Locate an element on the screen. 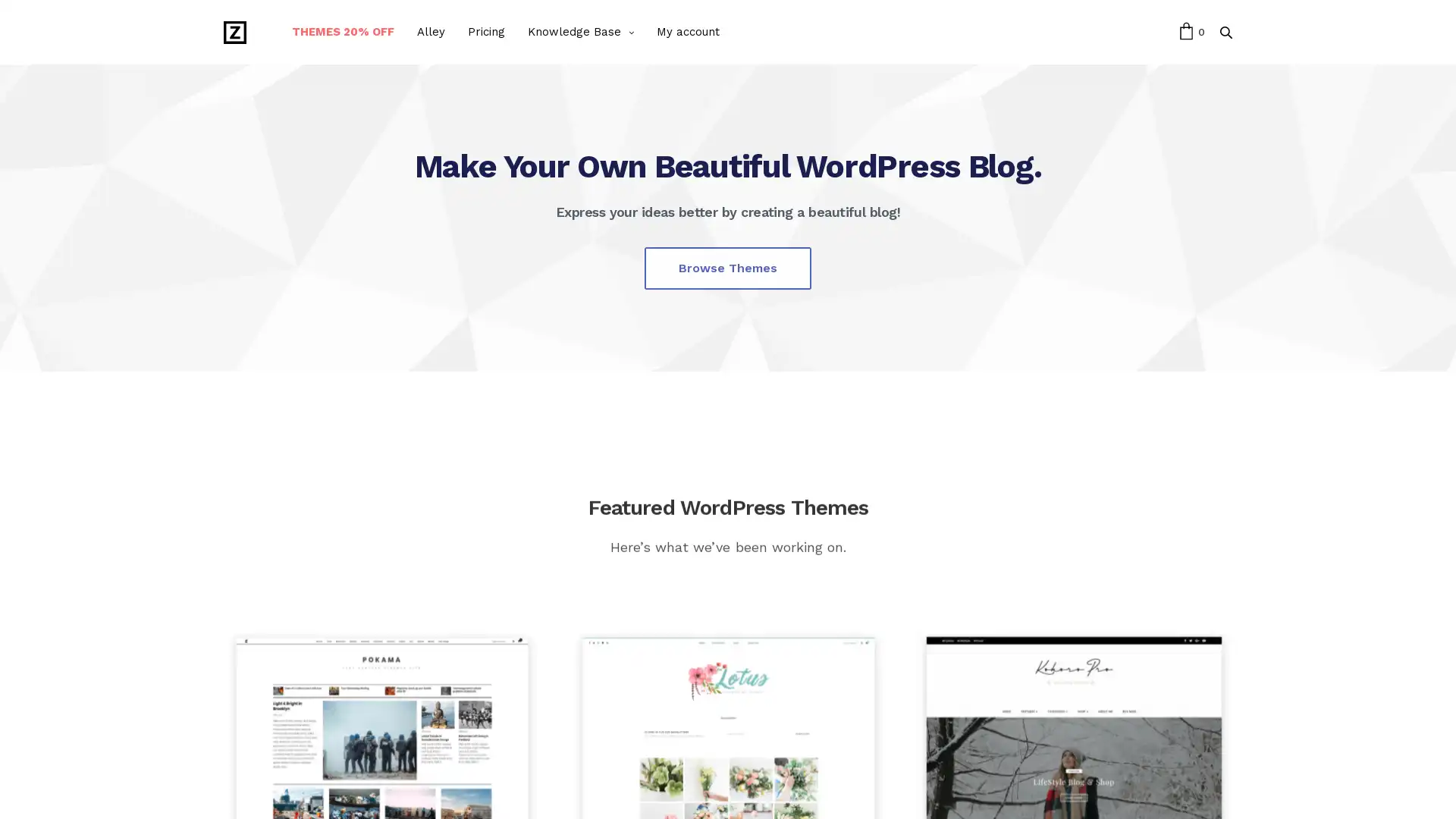  Browse Themes is located at coordinates (728, 267).